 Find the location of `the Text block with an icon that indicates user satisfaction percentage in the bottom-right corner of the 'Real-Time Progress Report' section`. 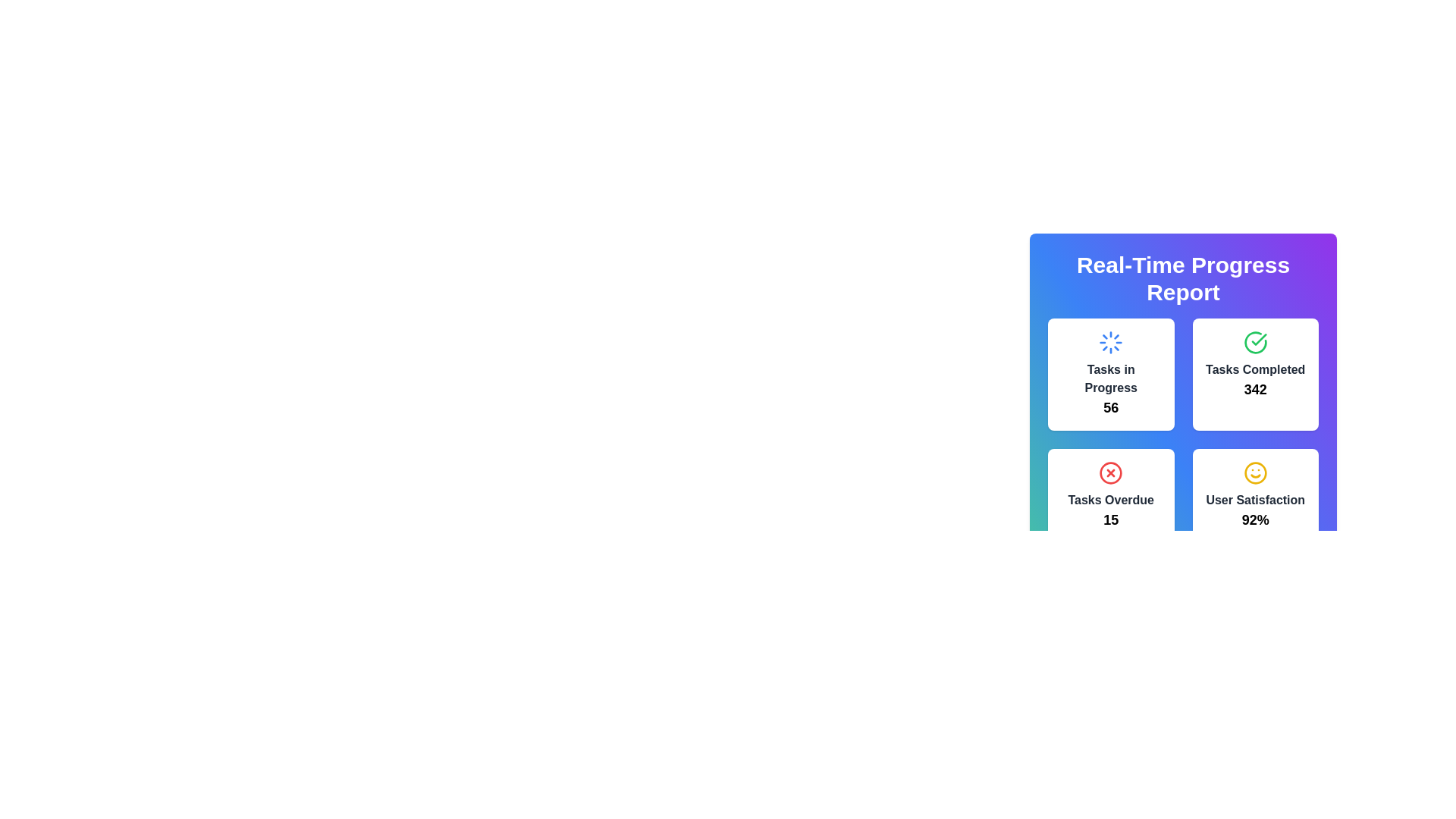

the Text block with an icon that indicates user satisfaction percentage in the bottom-right corner of the 'Real-Time Progress Report' section is located at coordinates (1255, 496).